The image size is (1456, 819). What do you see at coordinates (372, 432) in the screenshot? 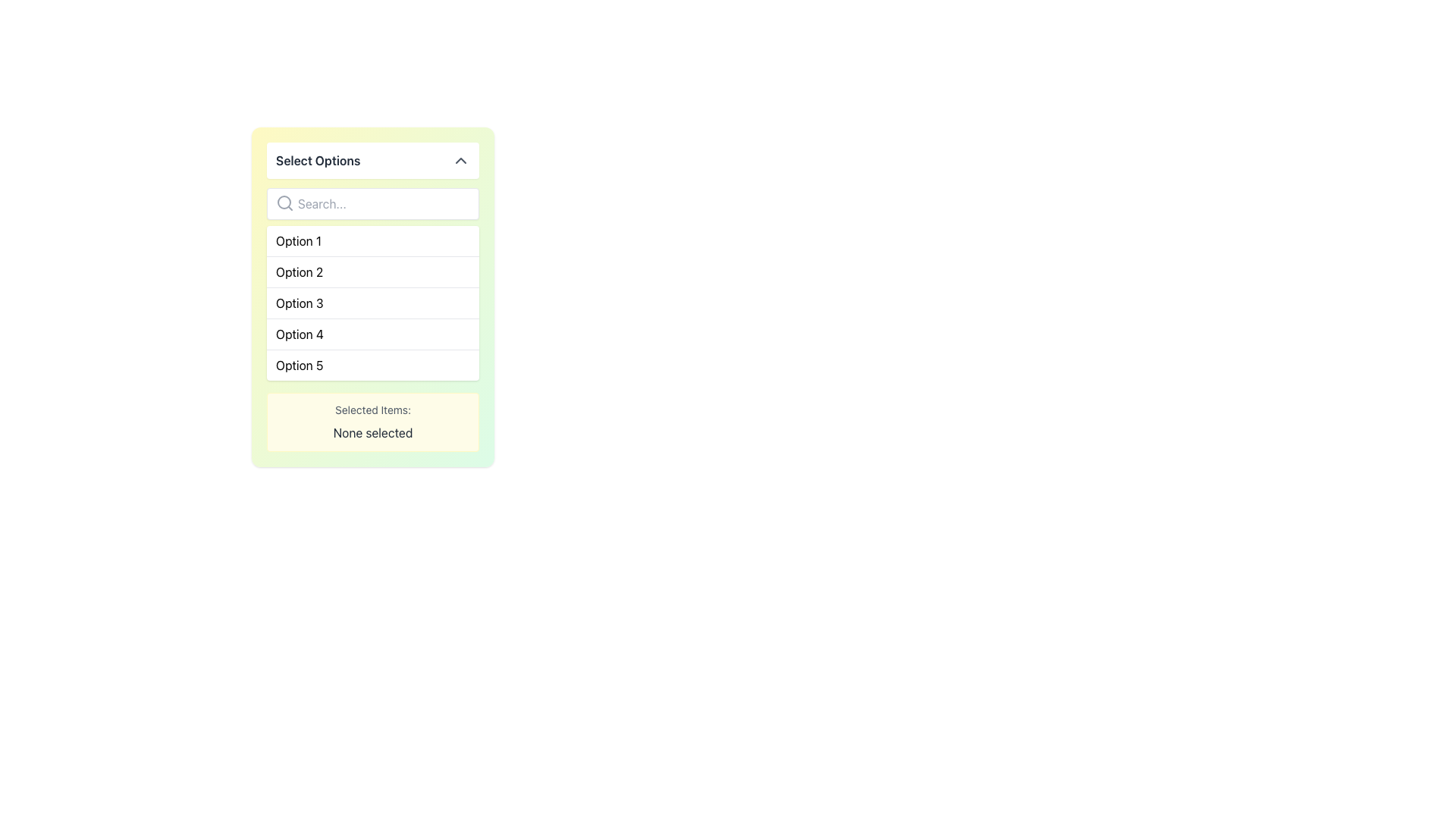
I see `the text label indicating that no items have been selected, which is located below the 'Selected Items:' label` at bounding box center [372, 432].